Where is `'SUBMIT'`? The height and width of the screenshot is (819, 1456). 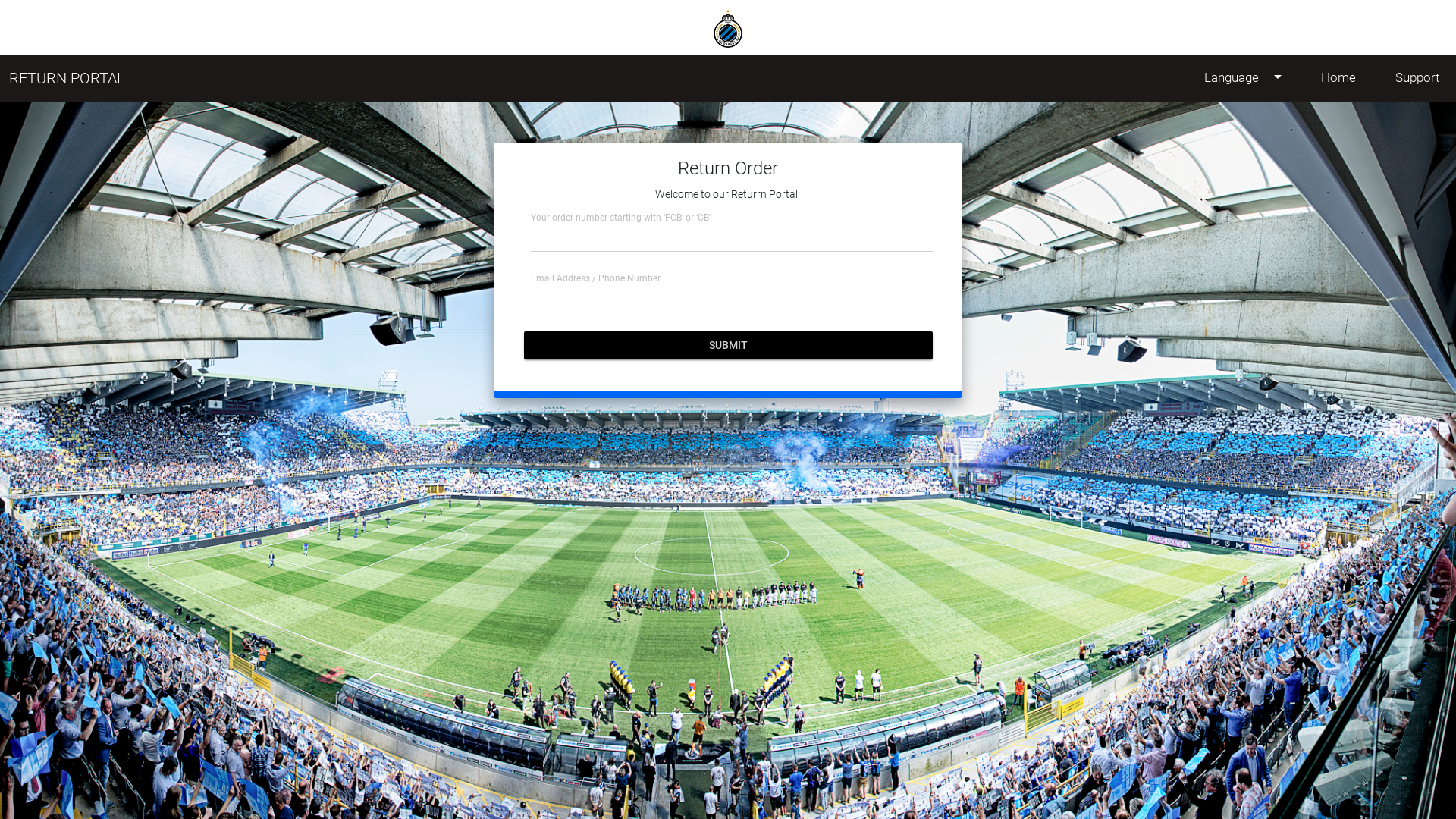
'SUBMIT' is located at coordinates (728, 345).